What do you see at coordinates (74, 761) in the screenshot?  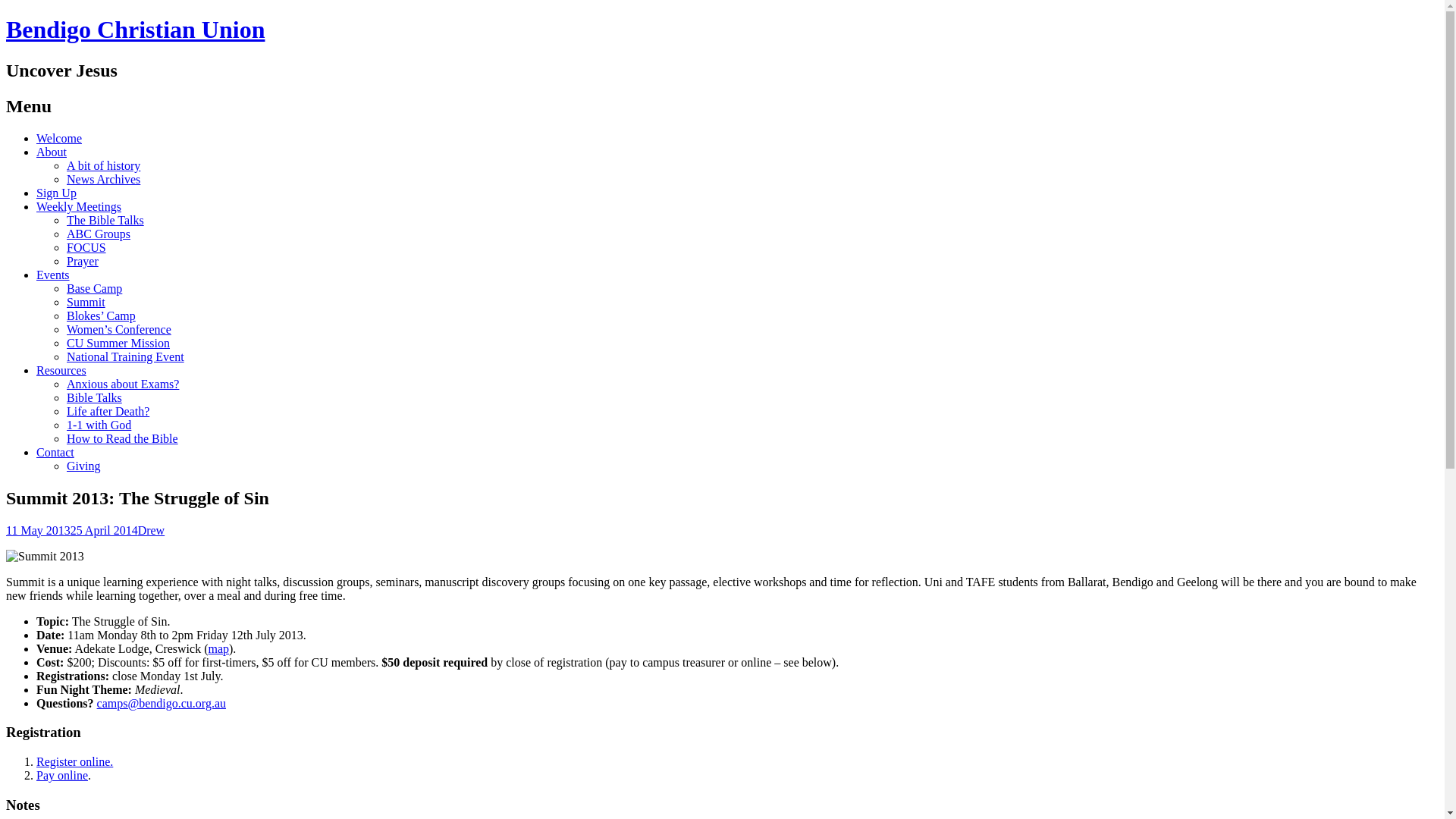 I see `'Register online.'` at bounding box center [74, 761].